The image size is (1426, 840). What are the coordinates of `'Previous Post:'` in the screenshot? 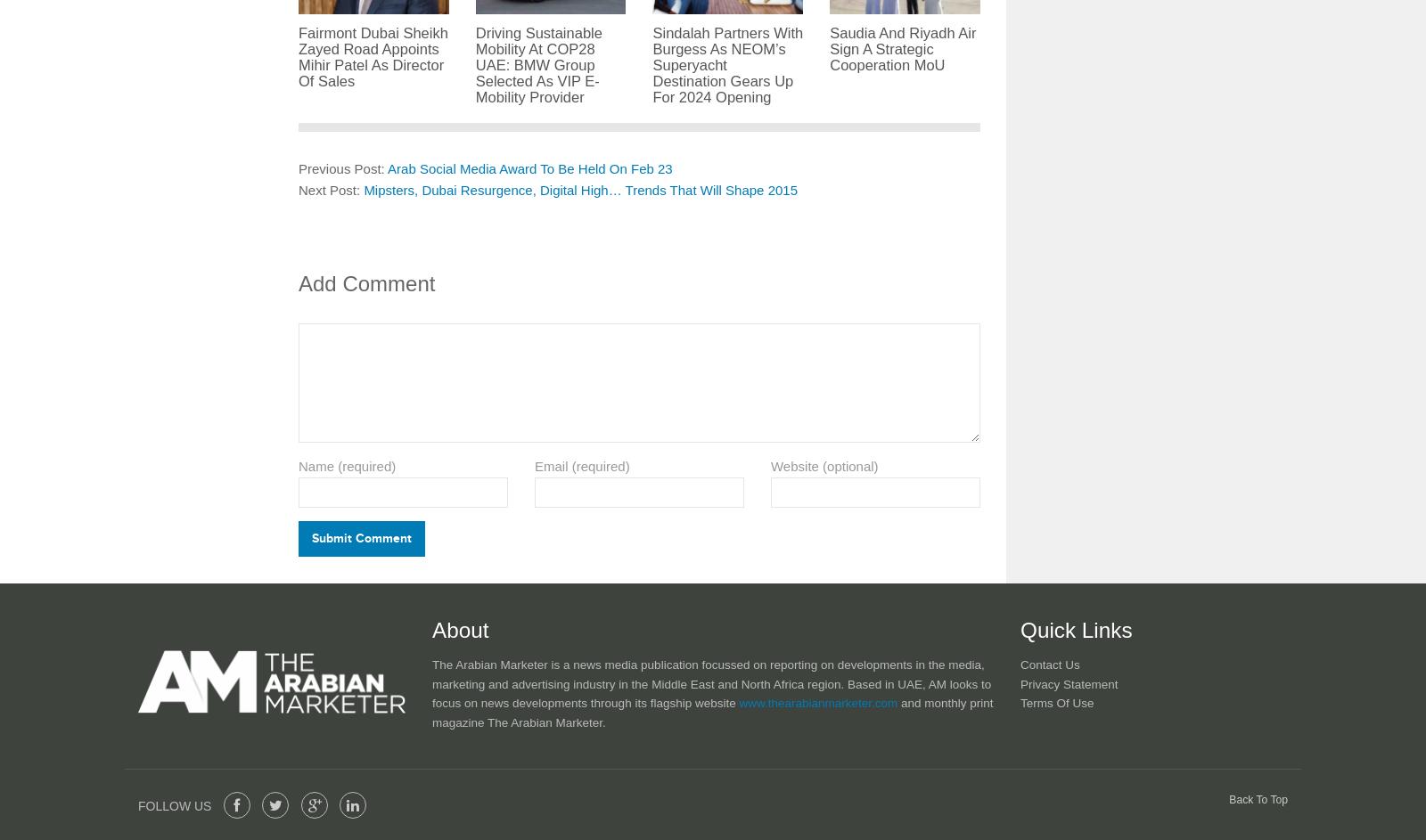 It's located at (342, 167).